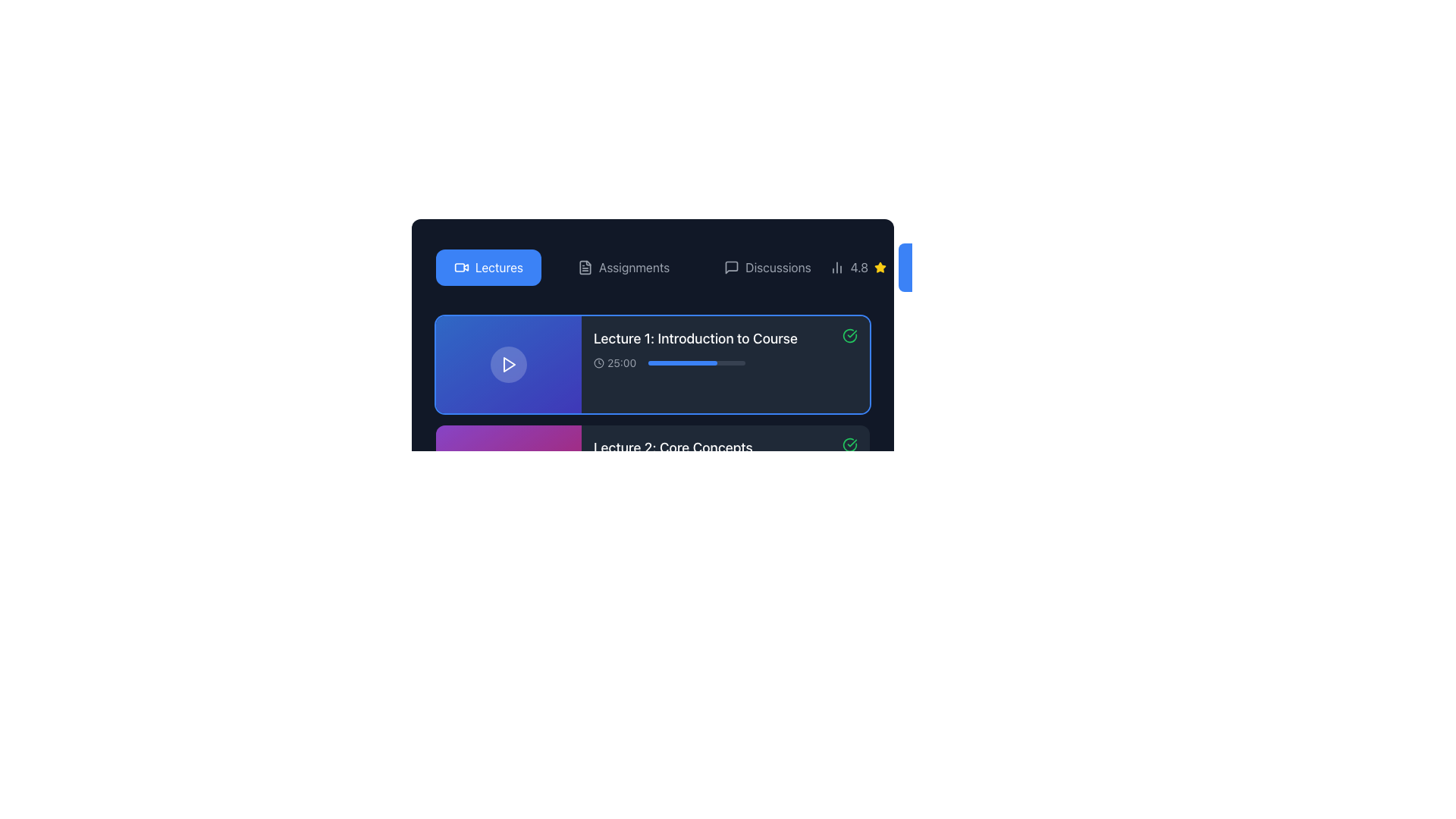 This screenshot has width=1456, height=819. Describe the element at coordinates (695, 350) in the screenshot. I see `the informational display labeled 'Lecture 1: Introduction to Course' with a progress indicator showing '25:00' and a blue progress bar beneath it` at that location.